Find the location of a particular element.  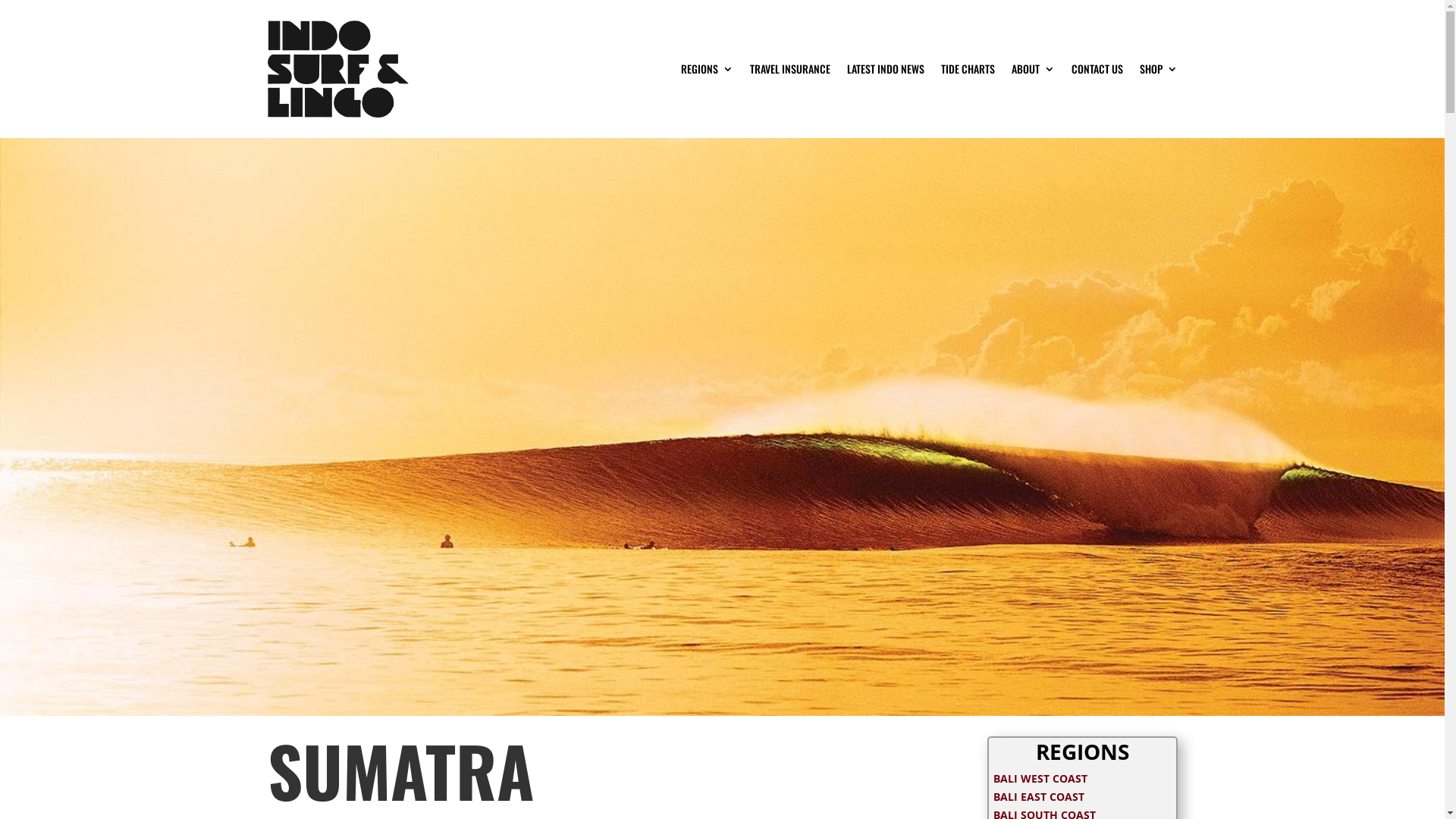

'ABOUT' is located at coordinates (1032, 69).